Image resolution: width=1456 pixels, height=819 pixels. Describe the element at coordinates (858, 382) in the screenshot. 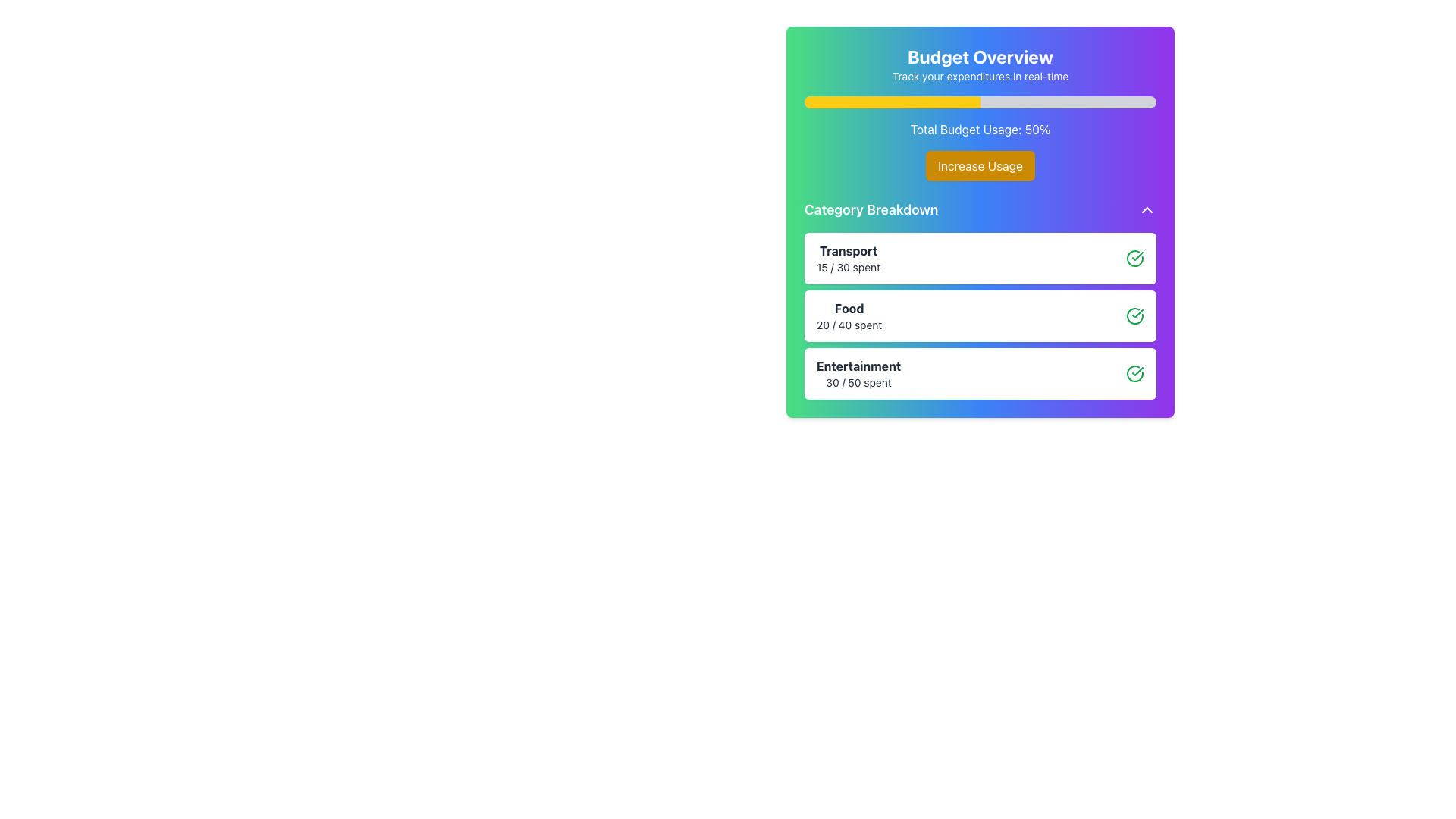

I see `the text field displaying '30 / 50 spent', which is located beneath the 'Entertainment' header and within the 'Category Breakdown' group` at that location.